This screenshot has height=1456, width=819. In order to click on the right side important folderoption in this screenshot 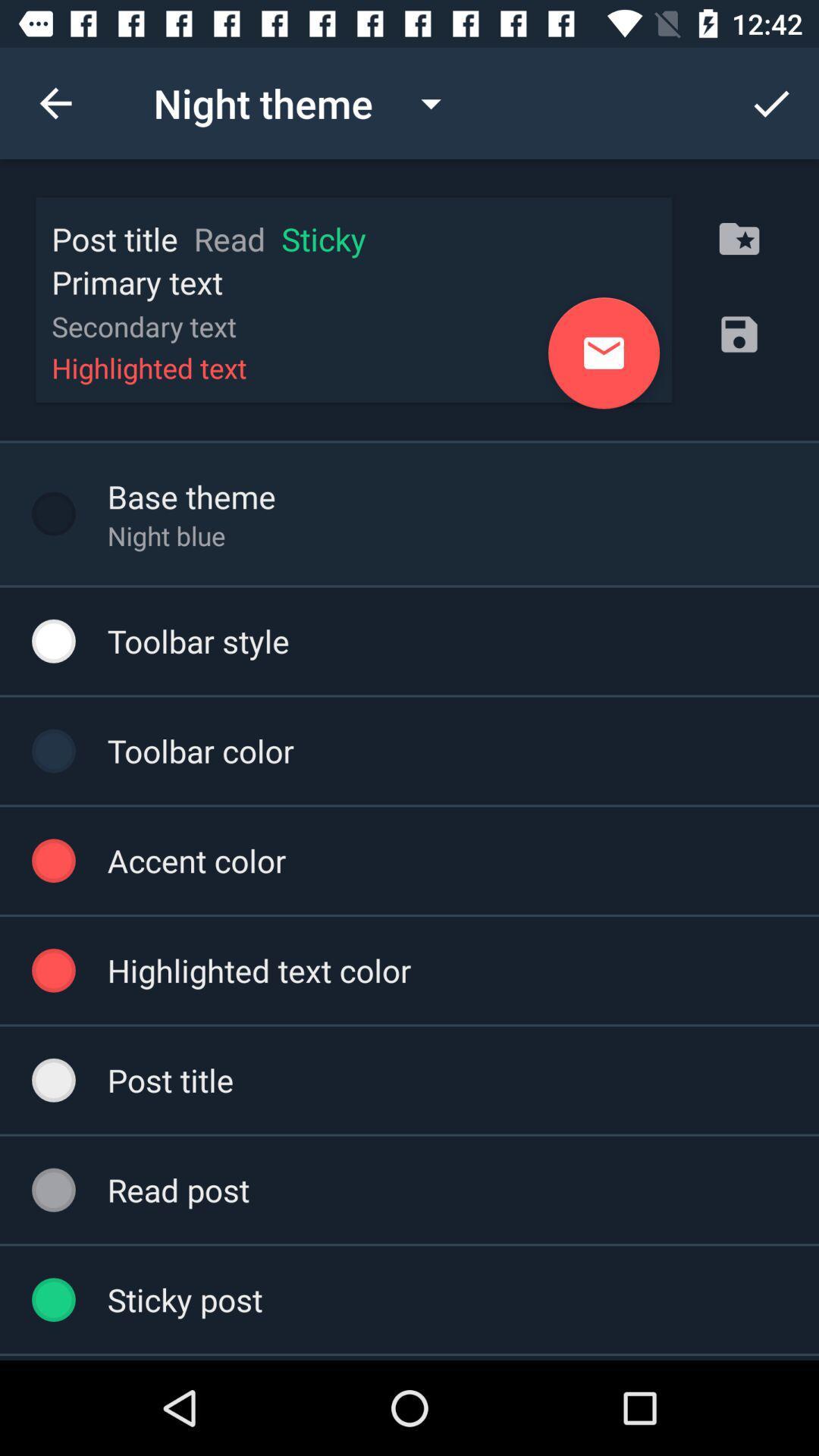, I will do `click(739, 238)`.